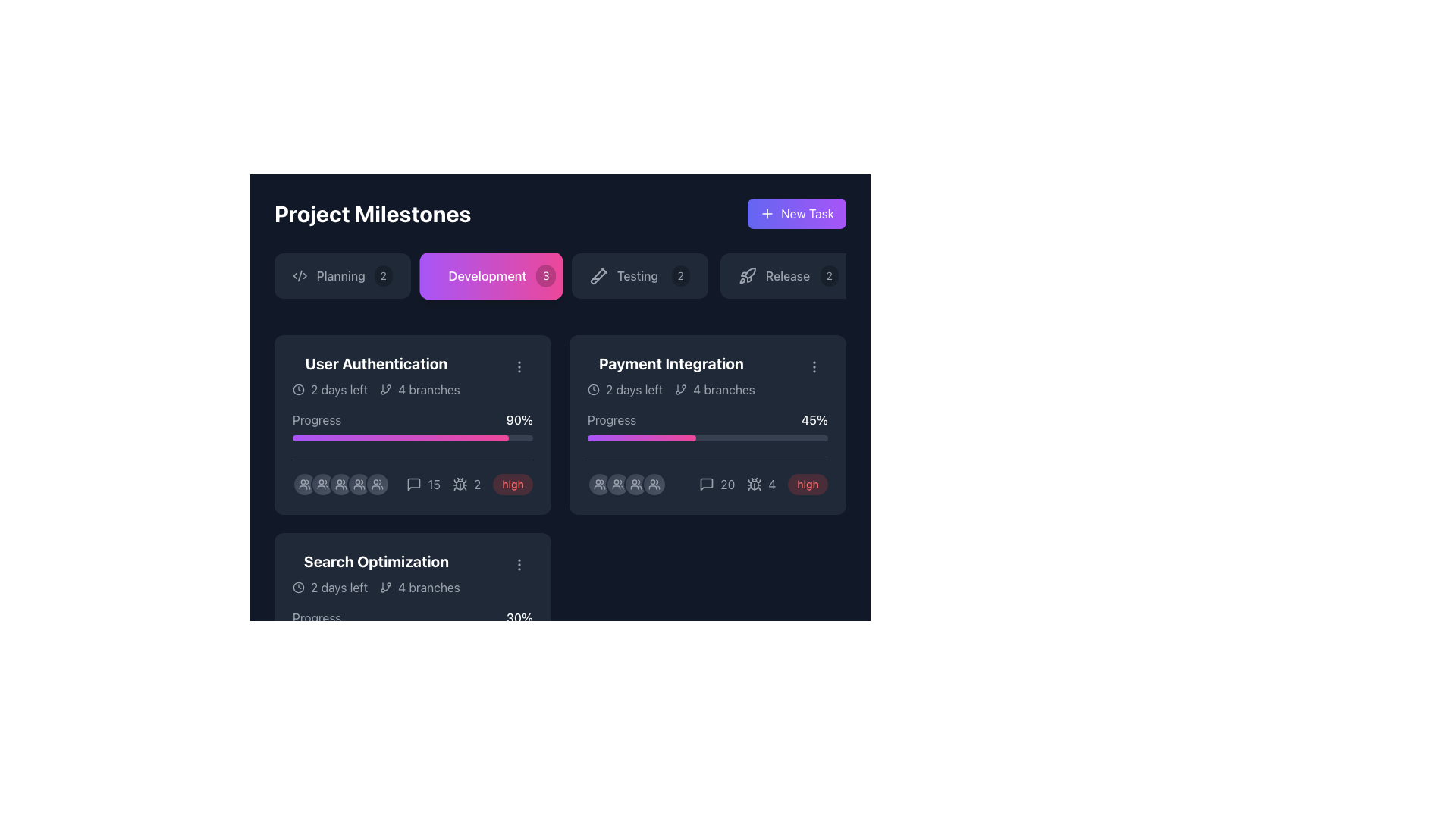  Describe the element at coordinates (340, 485) in the screenshot. I see `the fourth circular avatar from the left in the horizontally aligned group at the bottom of the 'User Authentication' card` at that location.